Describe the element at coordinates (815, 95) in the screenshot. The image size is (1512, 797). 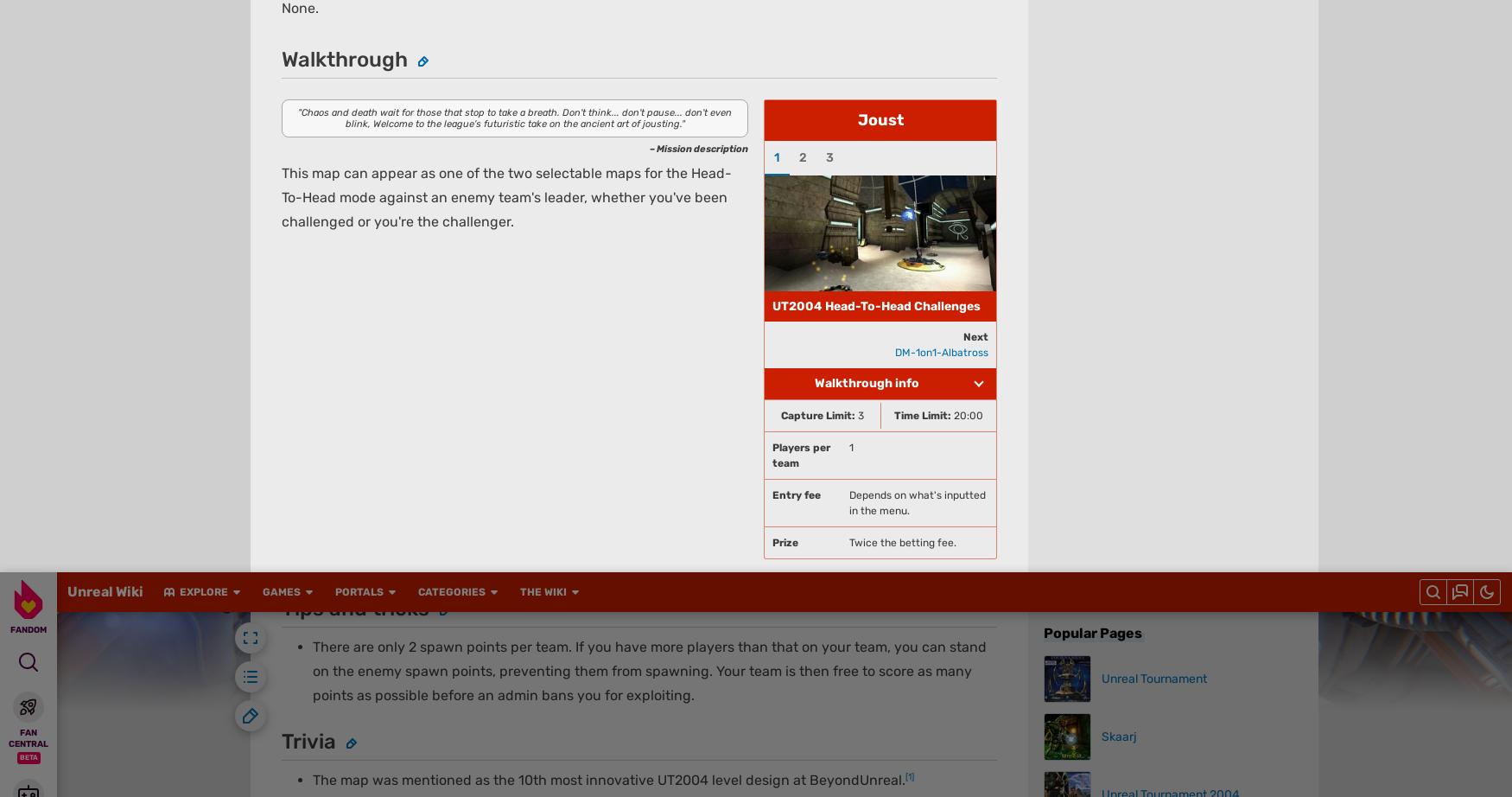
I see `'Contact'` at that location.